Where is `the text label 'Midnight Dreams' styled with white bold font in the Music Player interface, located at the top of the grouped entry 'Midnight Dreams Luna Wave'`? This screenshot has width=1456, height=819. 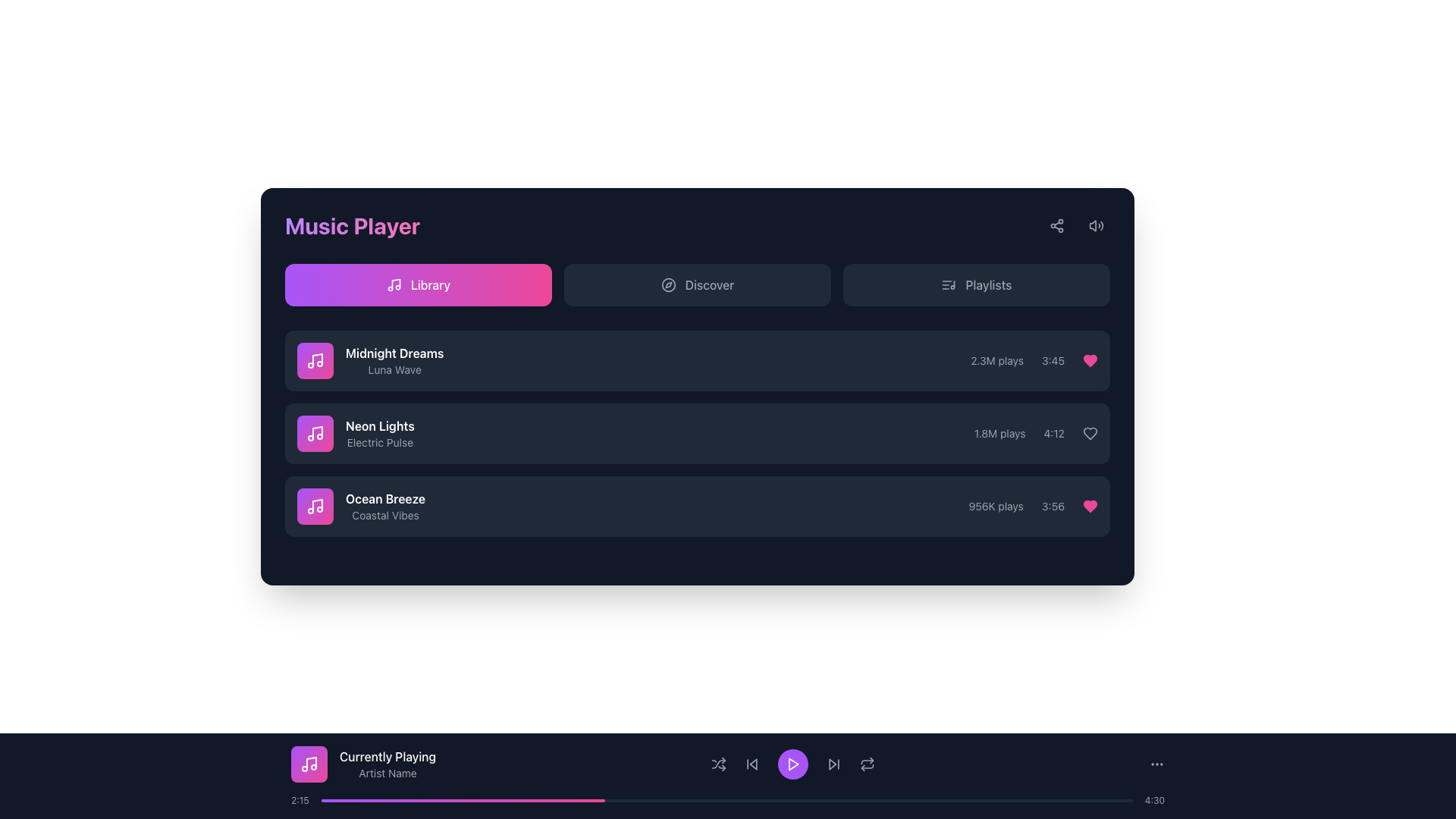 the text label 'Midnight Dreams' styled with white bold font in the Music Player interface, located at the top of the grouped entry 'Midnight Dreams Luna Wave' is located at coordinates (394, 353).